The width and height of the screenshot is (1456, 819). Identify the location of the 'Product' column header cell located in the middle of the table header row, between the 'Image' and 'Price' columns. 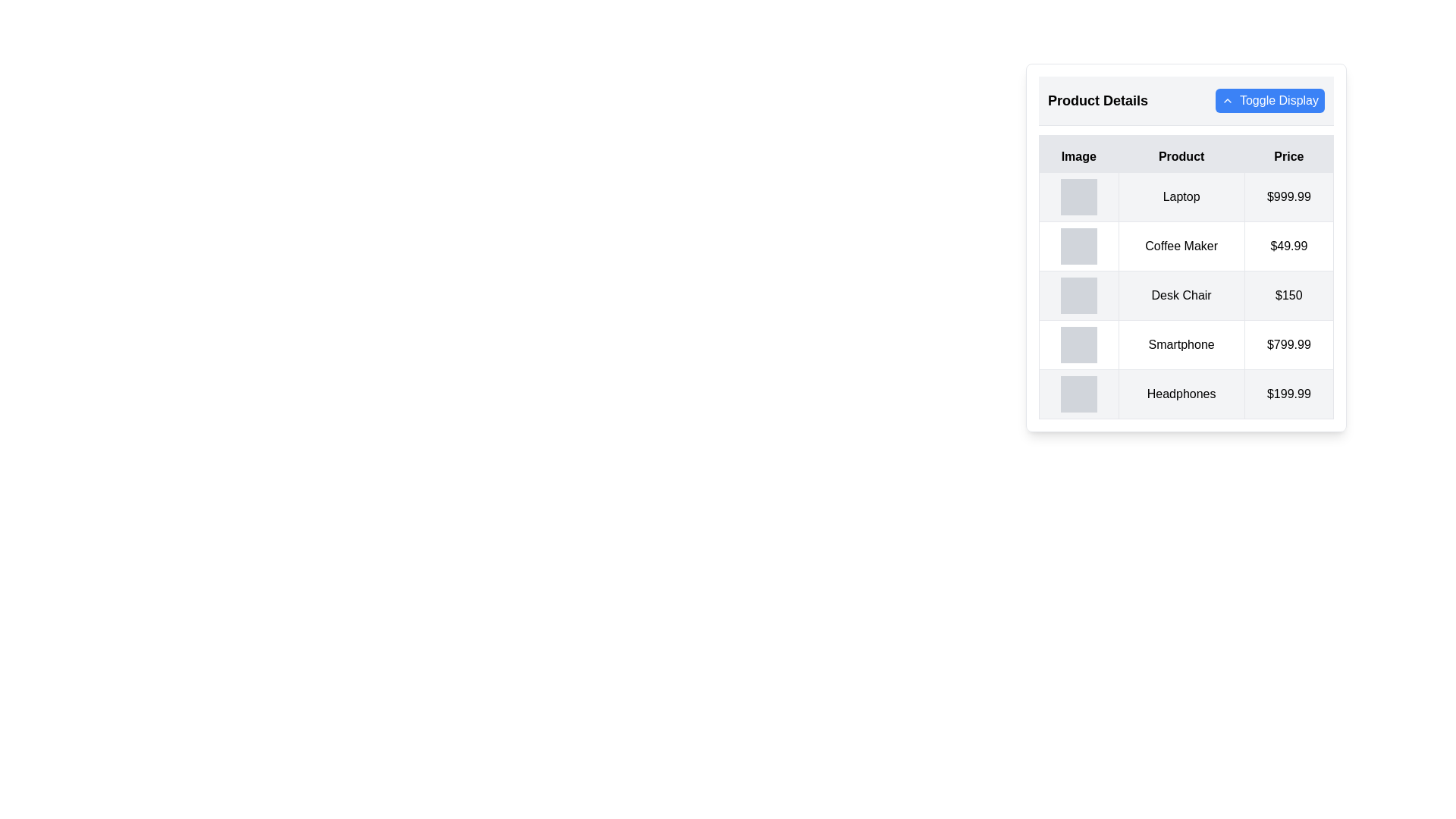
(1181, 154).